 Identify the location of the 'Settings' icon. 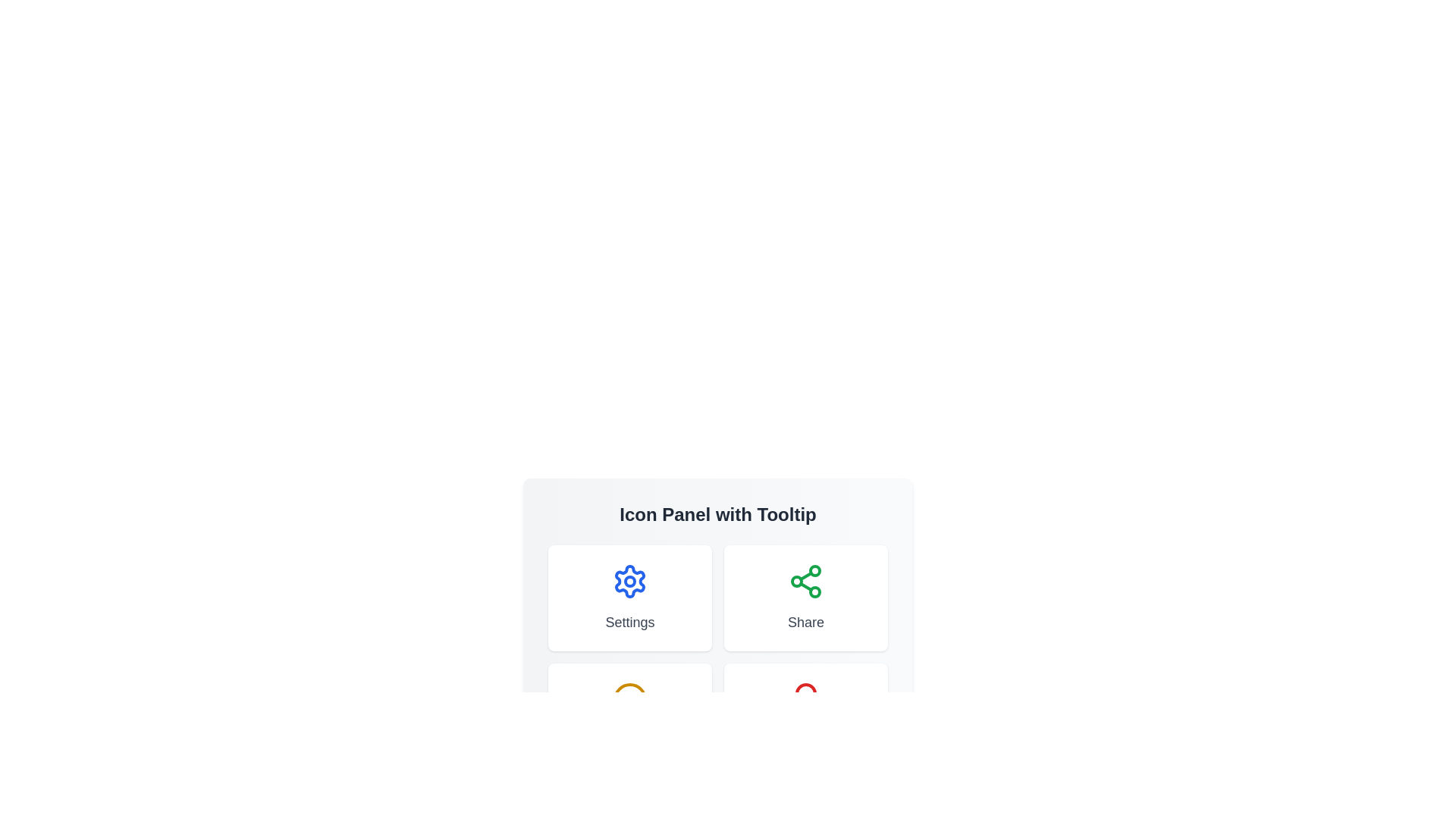
(629, 581).